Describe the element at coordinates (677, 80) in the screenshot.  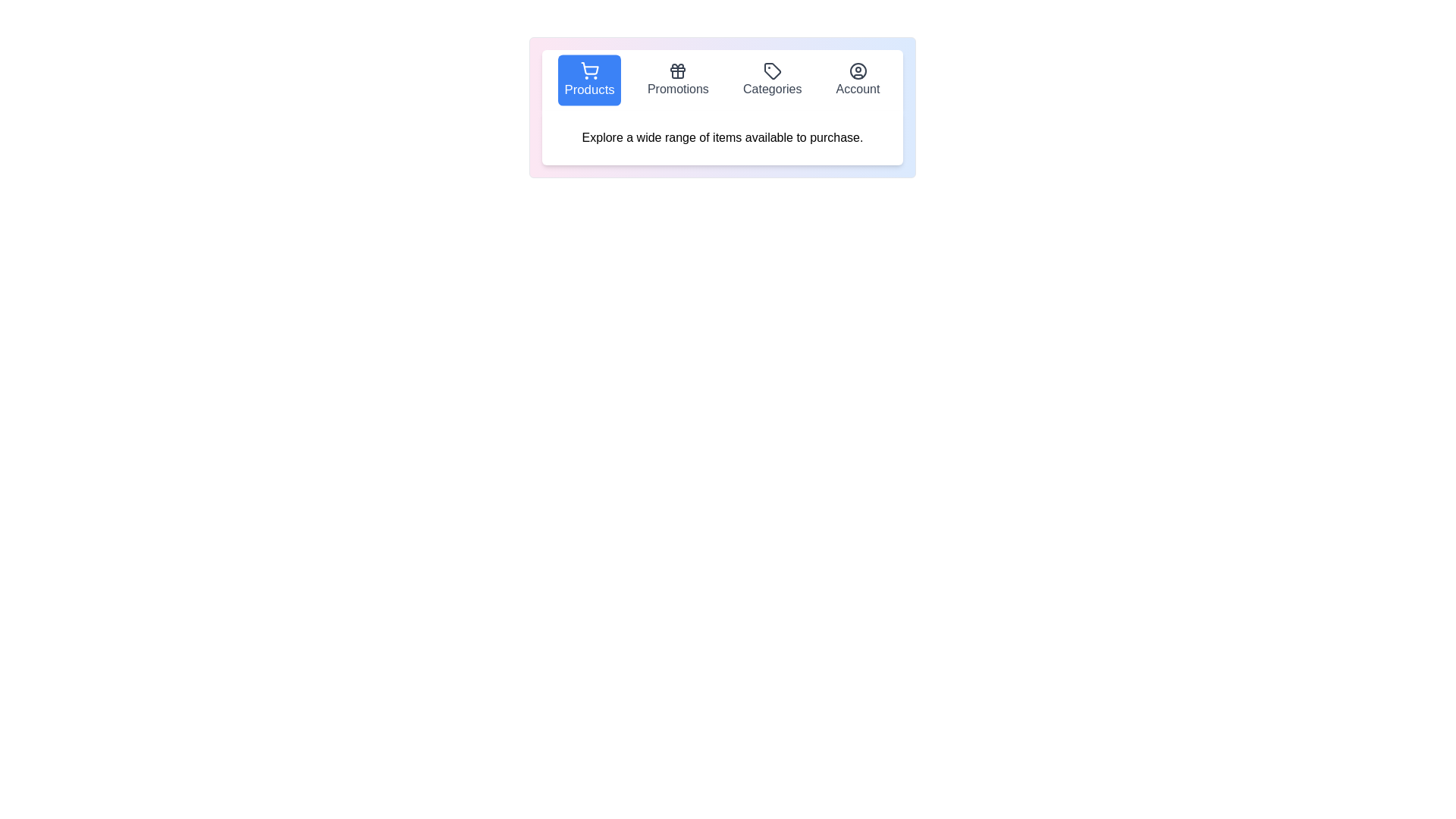
I see `the Promotions tab to observe its visual feedback` at that location.